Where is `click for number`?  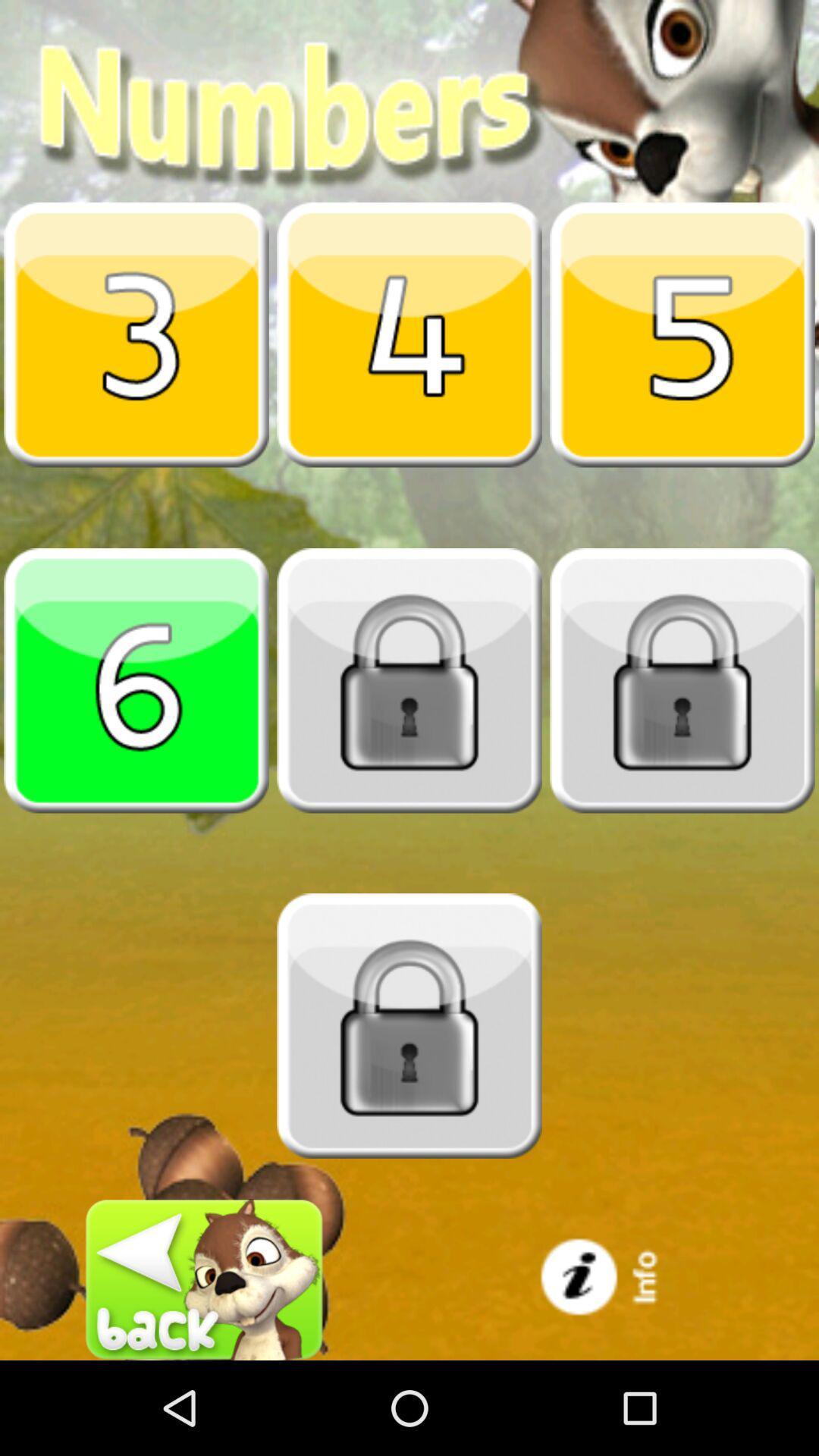
click for number is located at coordinates (136, 679).